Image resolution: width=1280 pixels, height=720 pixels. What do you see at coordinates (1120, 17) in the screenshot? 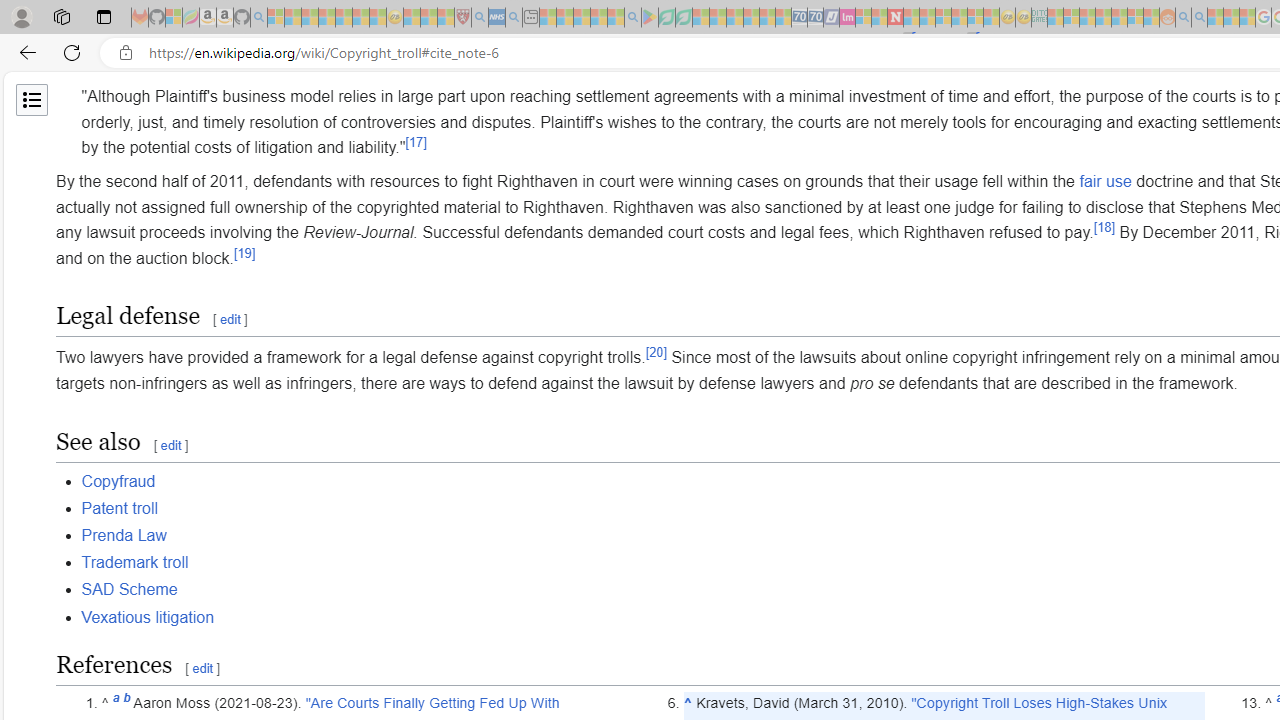
I see `'Kinda Frugal - MSN - Sleeping'` at bounding box center [1120, 17].